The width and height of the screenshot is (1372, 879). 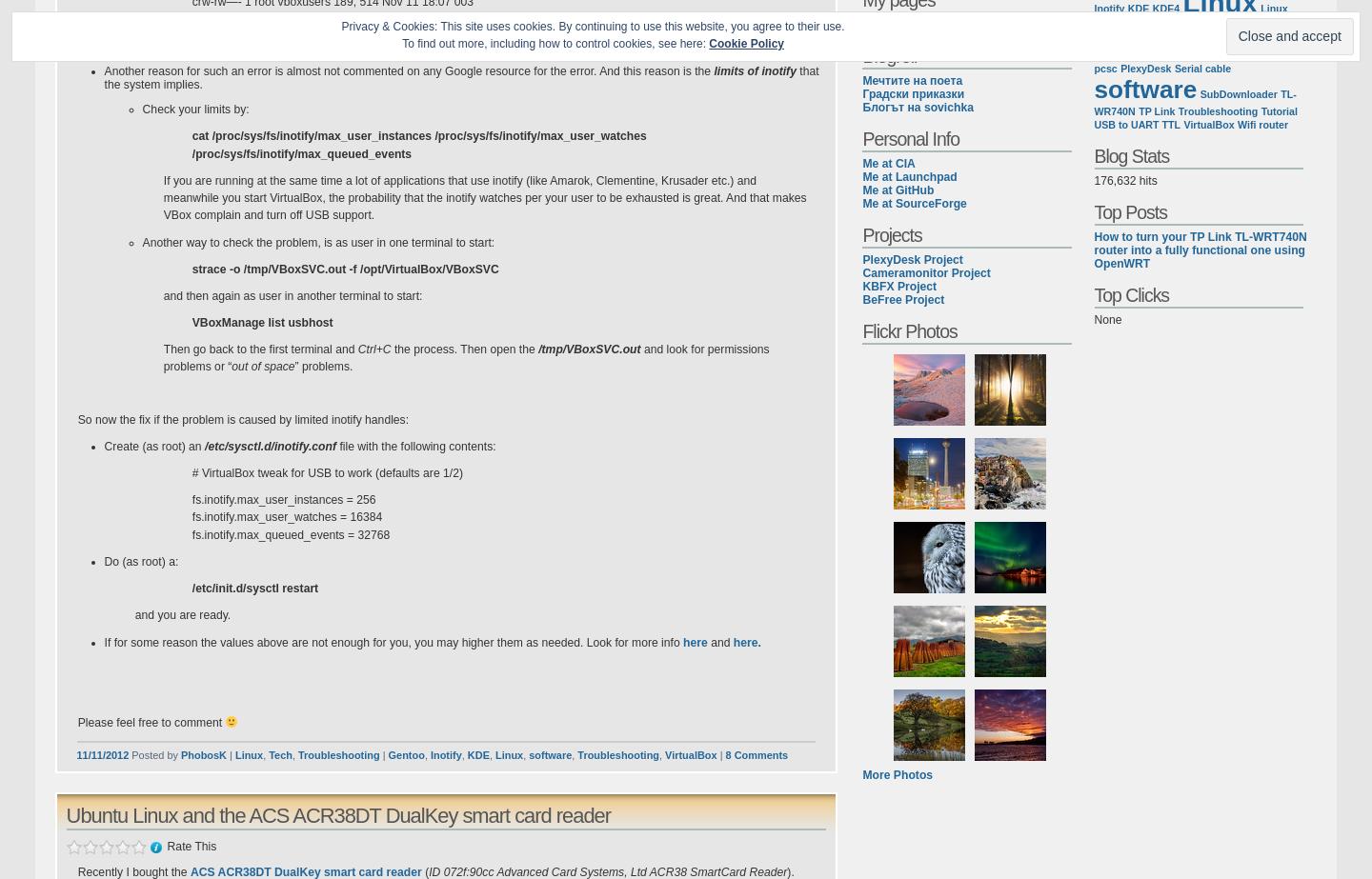 What do you see at coordinates (430, 753) in the screenshot?
I see `'Inotify'` at bounding box center [430, 753].